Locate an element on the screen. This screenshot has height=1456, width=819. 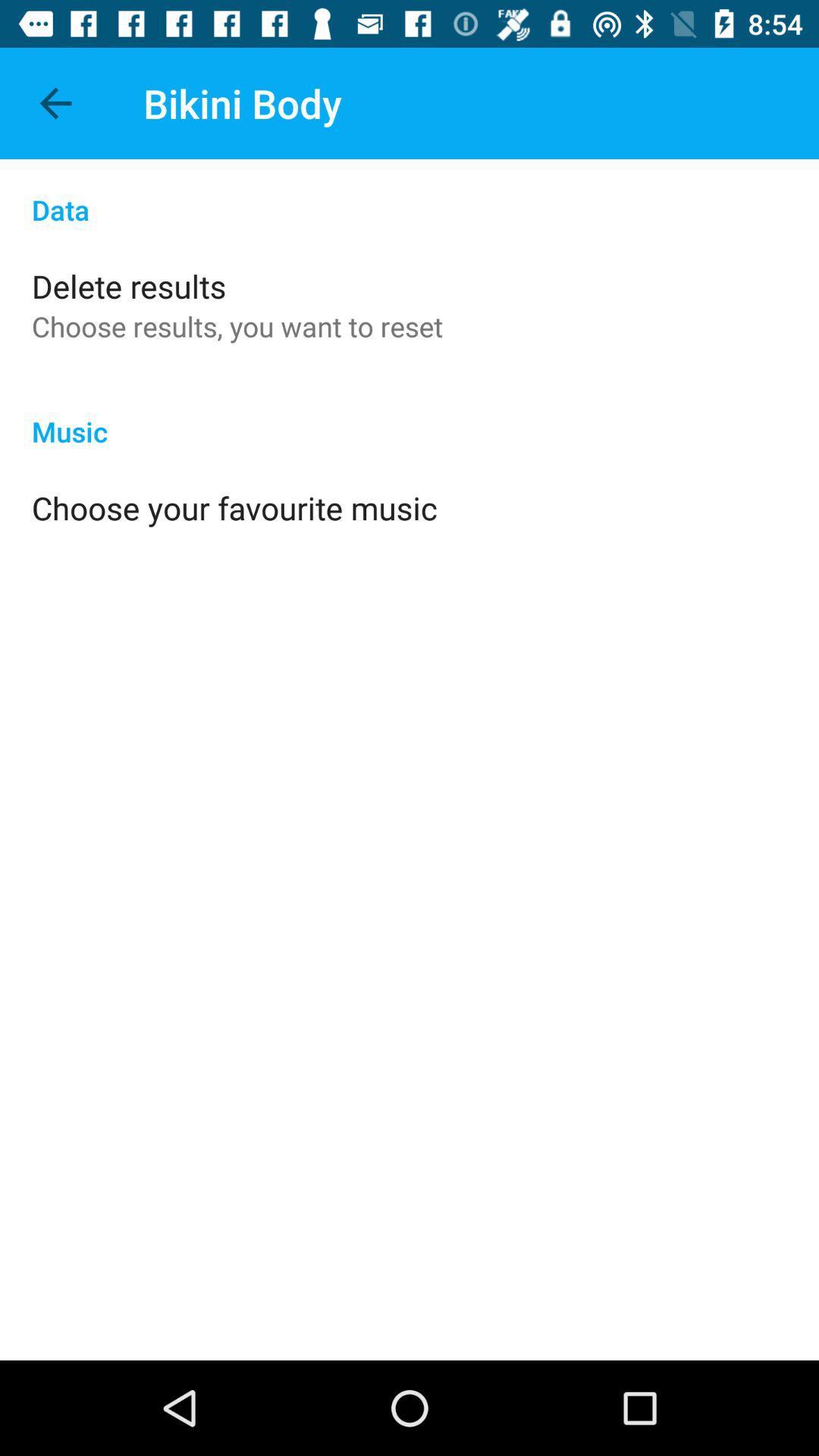
app below music app is located at coordinates (234, 507).